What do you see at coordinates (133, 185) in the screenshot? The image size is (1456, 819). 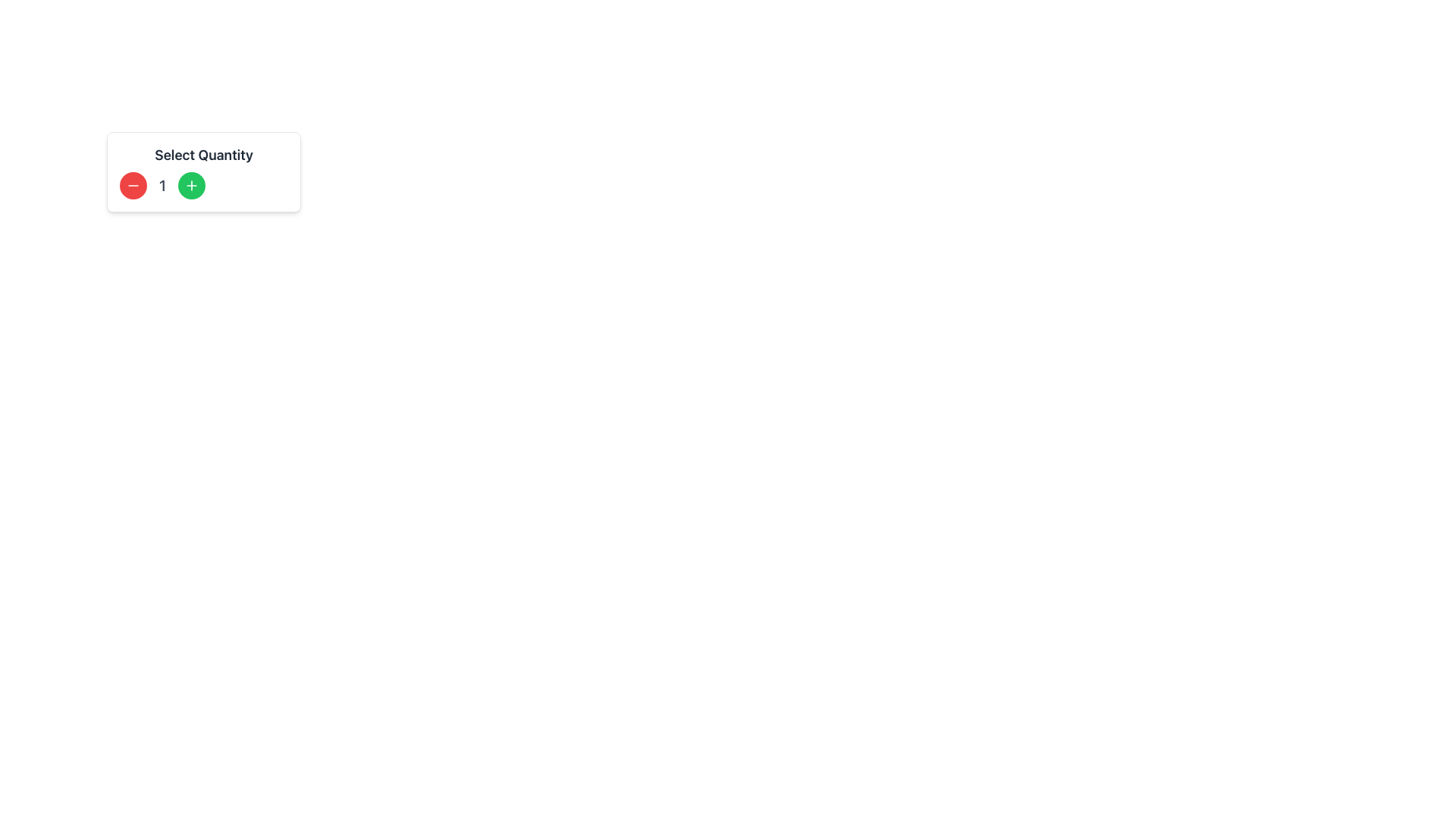 I see `the red circular button with a minus sign ('-') to decrease the quantity in the quantity selector interface` at bounding box center [133, 185].